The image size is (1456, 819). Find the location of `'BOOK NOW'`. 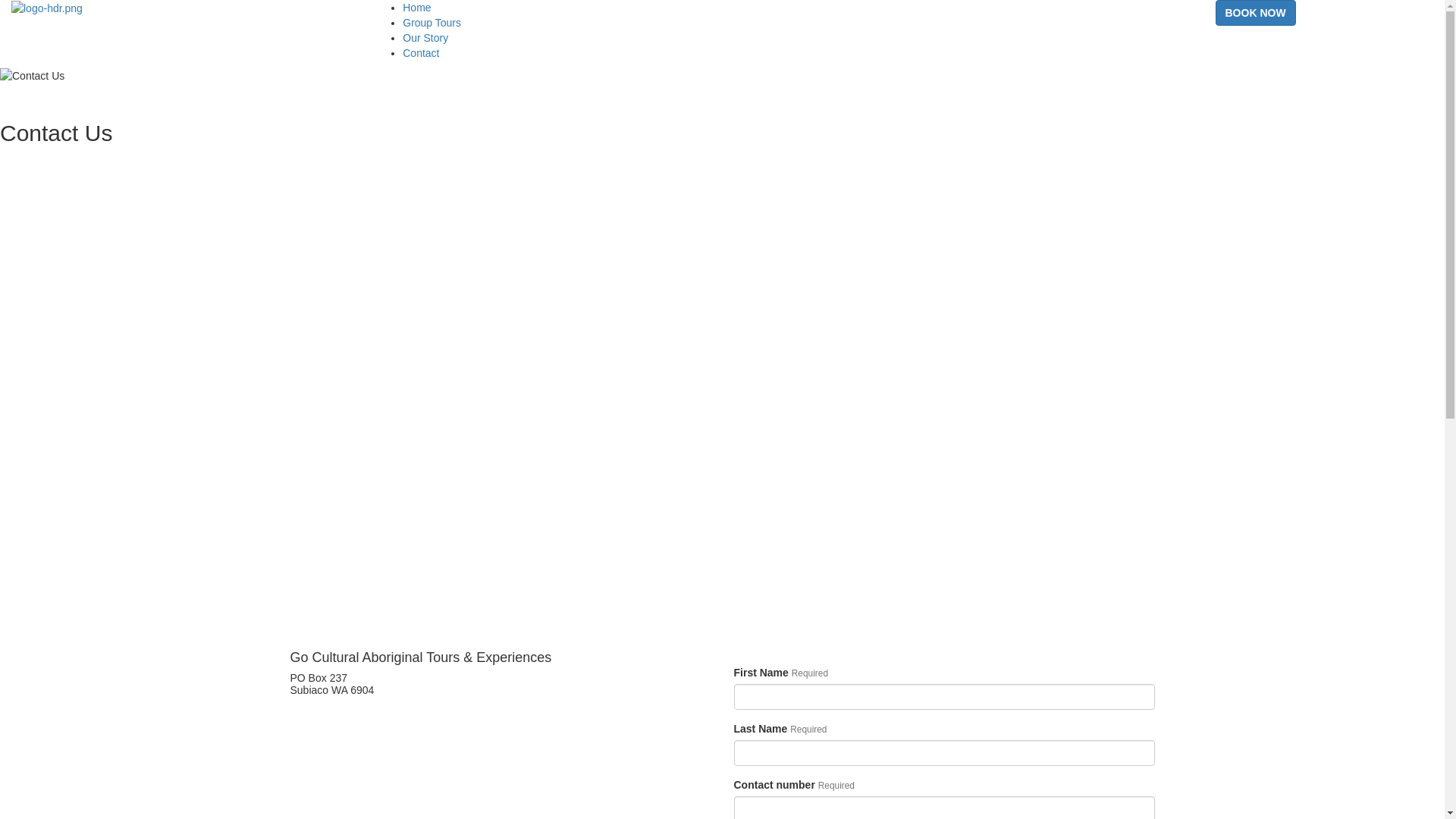

'BOOK NOW' is located at coordinates (1255, 12).